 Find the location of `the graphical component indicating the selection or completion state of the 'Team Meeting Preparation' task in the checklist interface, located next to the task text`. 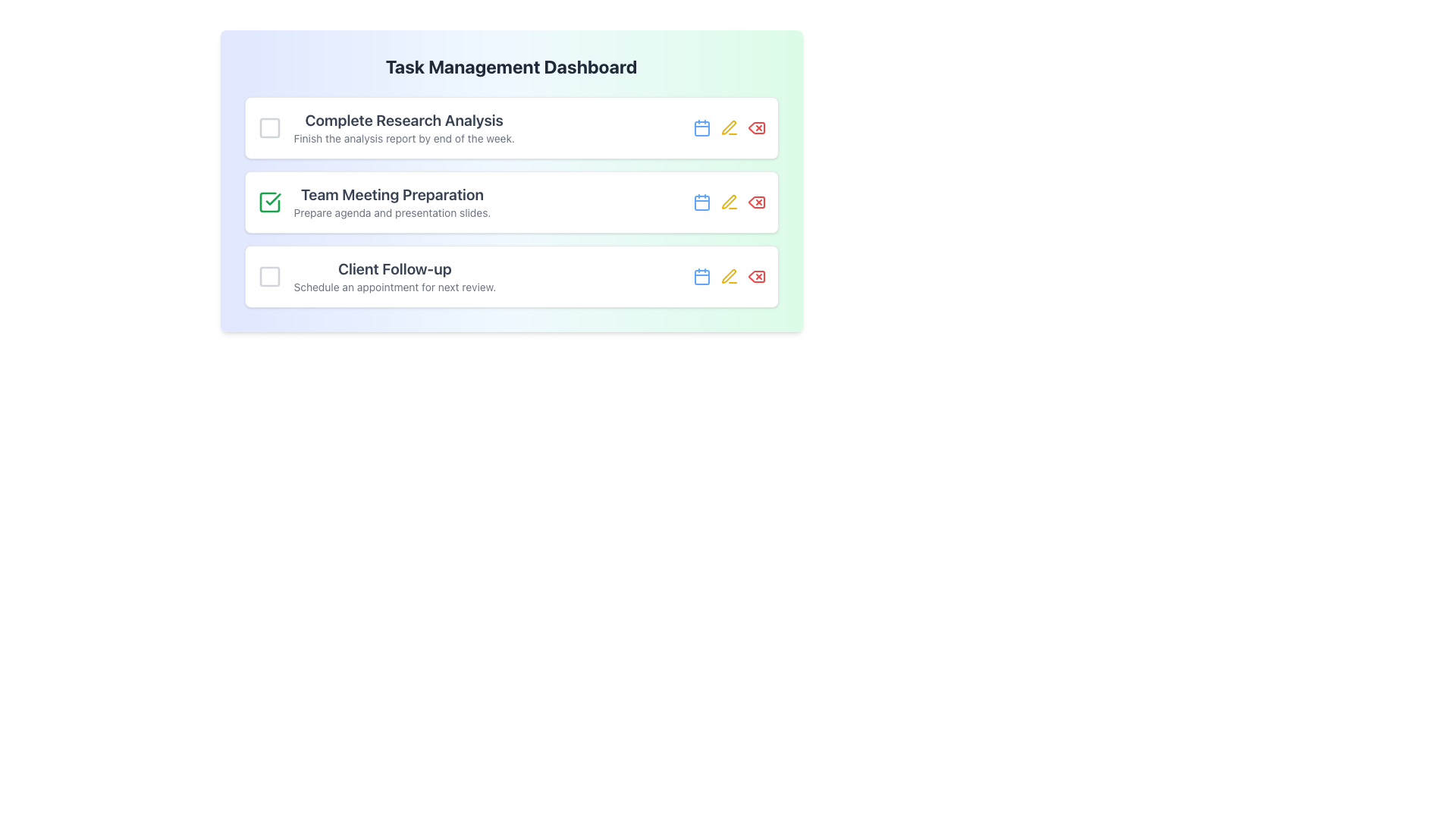

the graphical component indicating the selection or completion state of the 'Team Meeting Preparation' task in the checklist interface, located next to the task text is located at coordinates (269, 201).